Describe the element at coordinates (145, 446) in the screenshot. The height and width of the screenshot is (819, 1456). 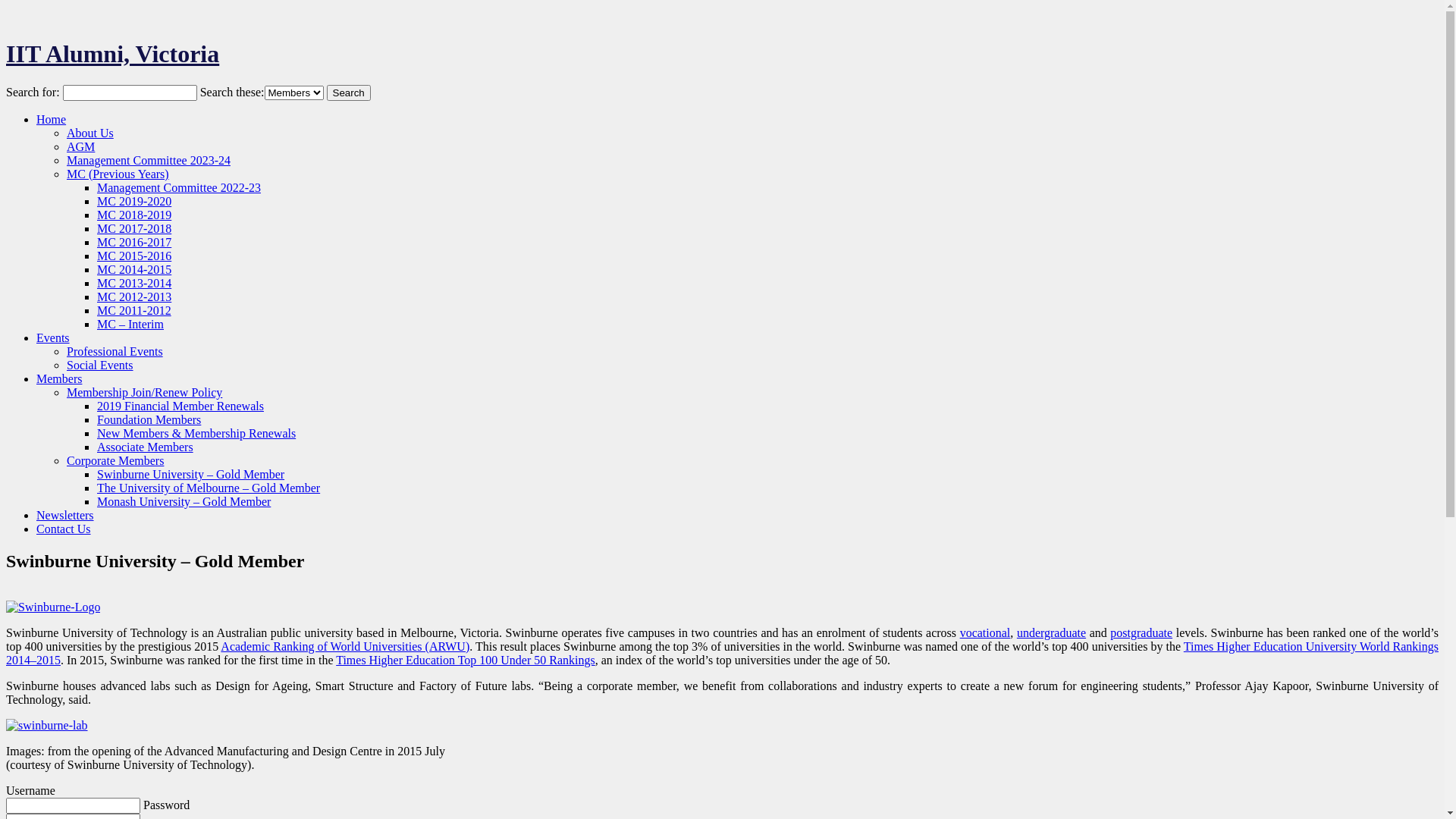
I see `'Associate Members'` at that location.